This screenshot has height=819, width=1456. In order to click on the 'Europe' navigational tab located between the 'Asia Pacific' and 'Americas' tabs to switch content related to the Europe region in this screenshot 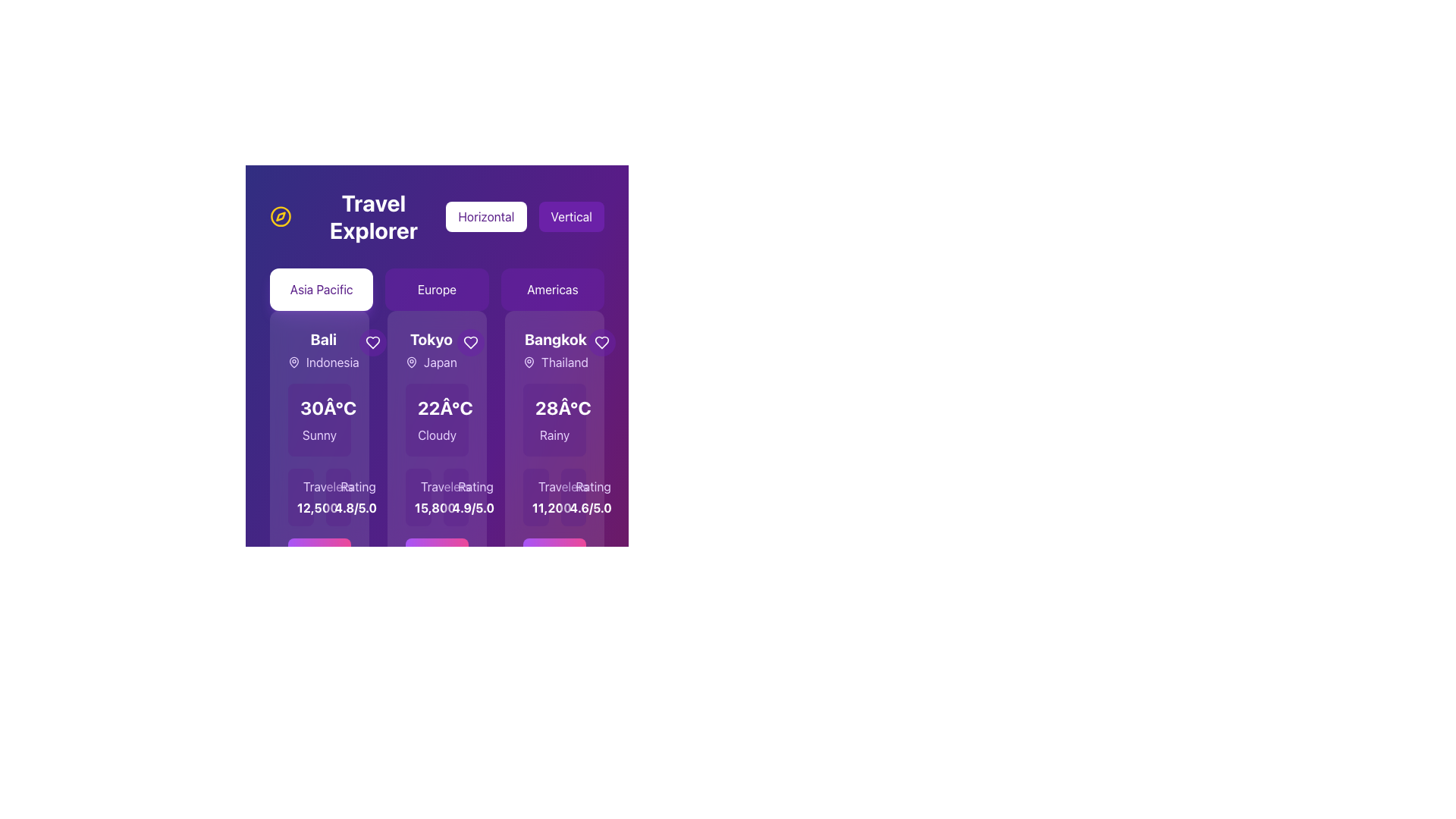, I will do `click(436, 289)`.